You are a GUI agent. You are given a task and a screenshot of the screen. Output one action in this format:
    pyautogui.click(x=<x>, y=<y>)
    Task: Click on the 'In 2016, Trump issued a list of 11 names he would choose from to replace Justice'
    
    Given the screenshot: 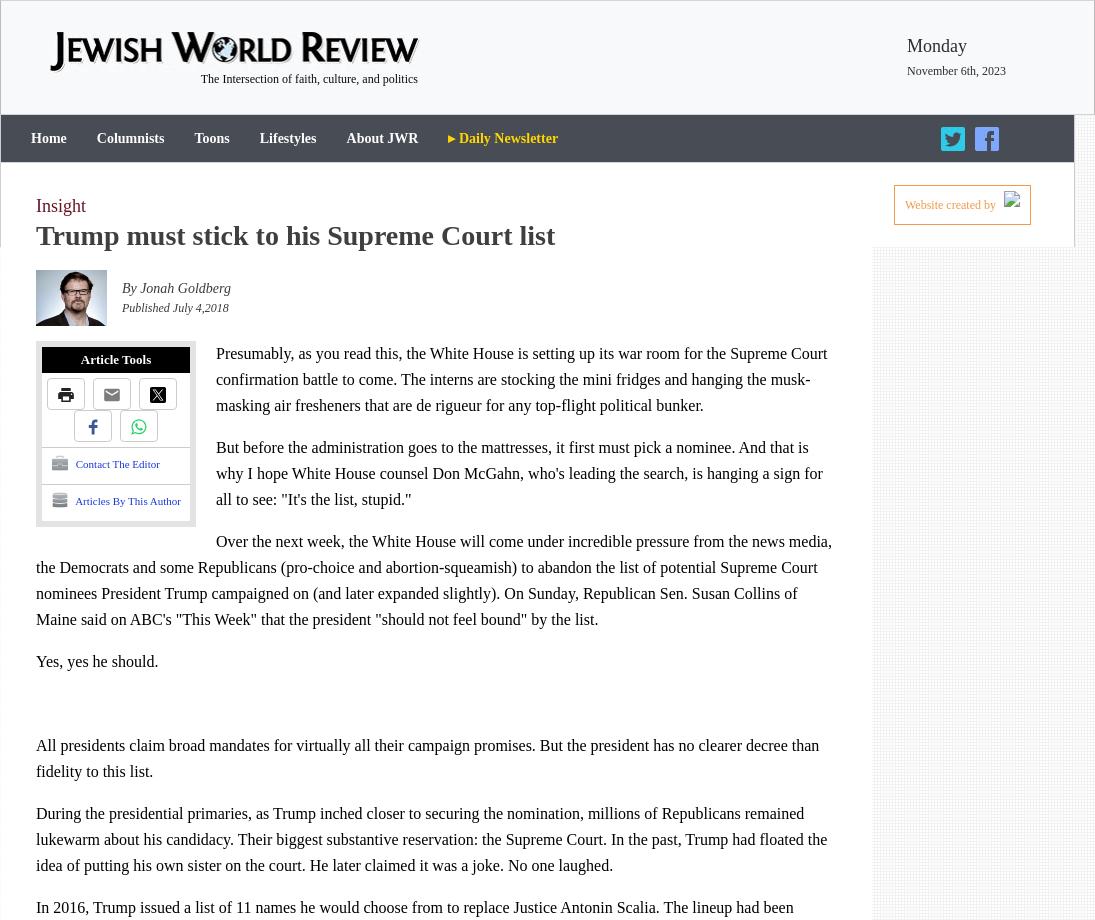 What is the action you would take?
    pyautogui.click(x=35, y=906)
    